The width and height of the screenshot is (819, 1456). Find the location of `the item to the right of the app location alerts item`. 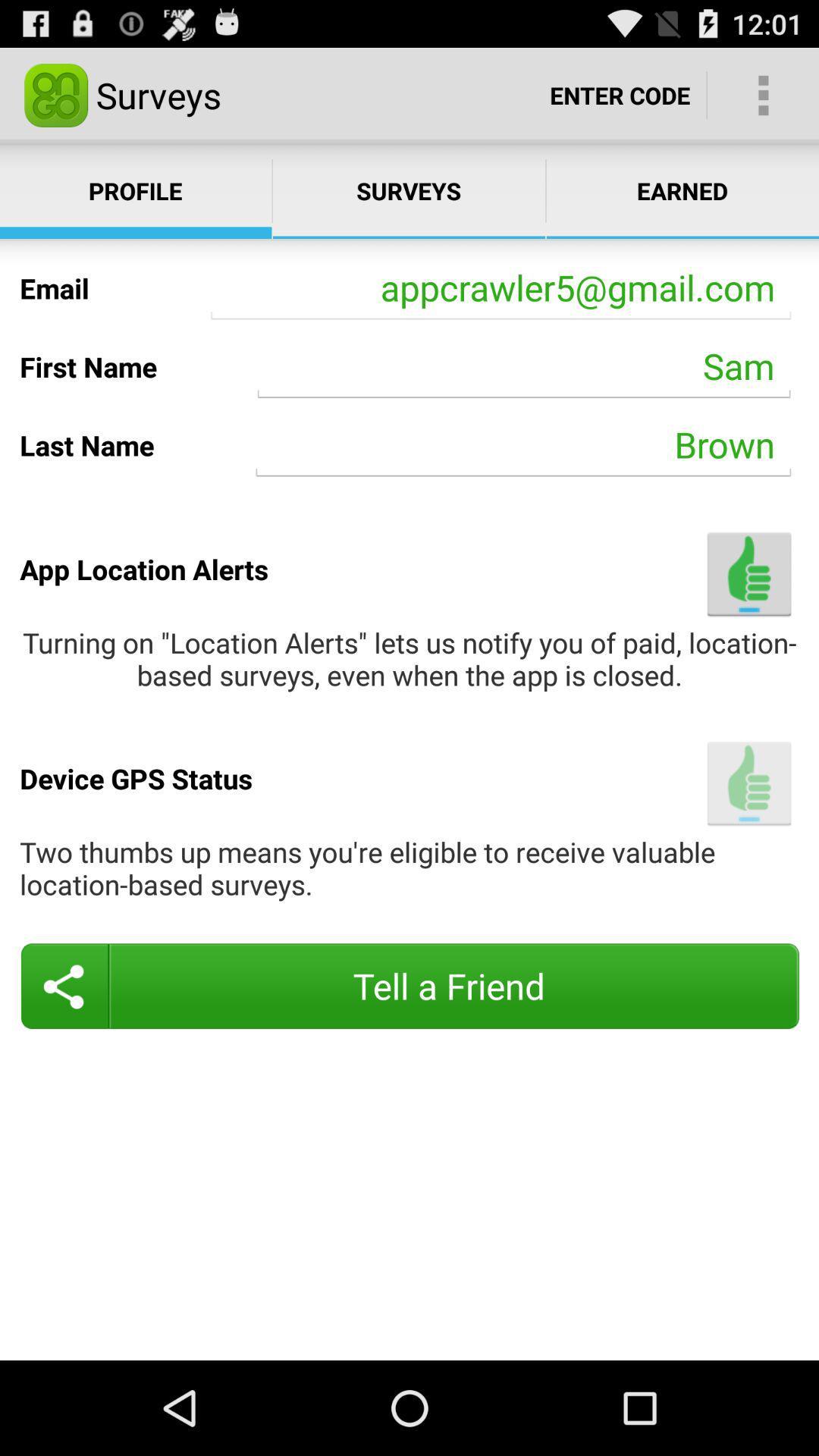

the item to the right of the app location alerts item is located at coordinates (748, 573).